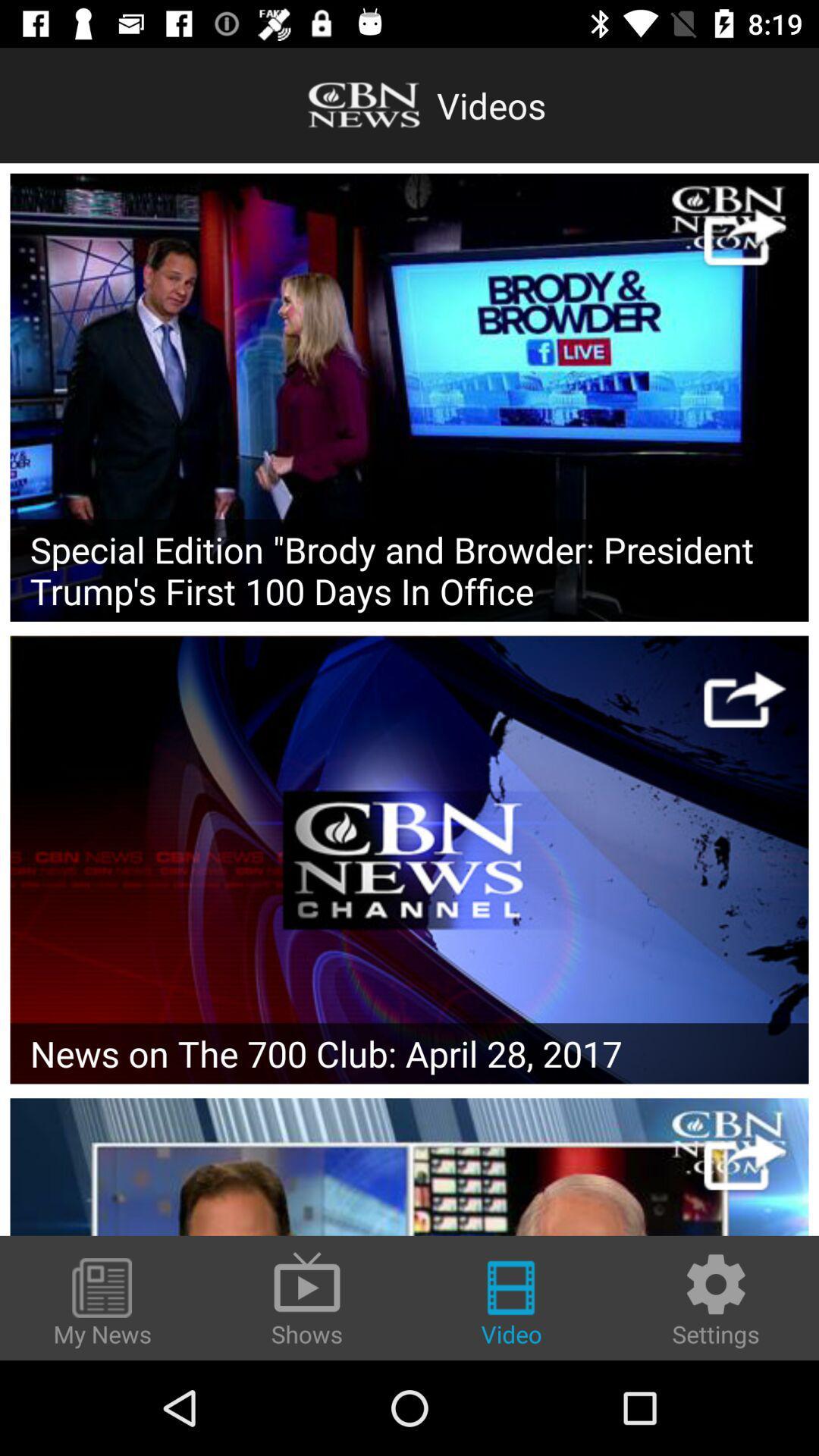 The height and width of the screenshot is (1456, 819). I want to click on the special edition brody, so click(409, 570).